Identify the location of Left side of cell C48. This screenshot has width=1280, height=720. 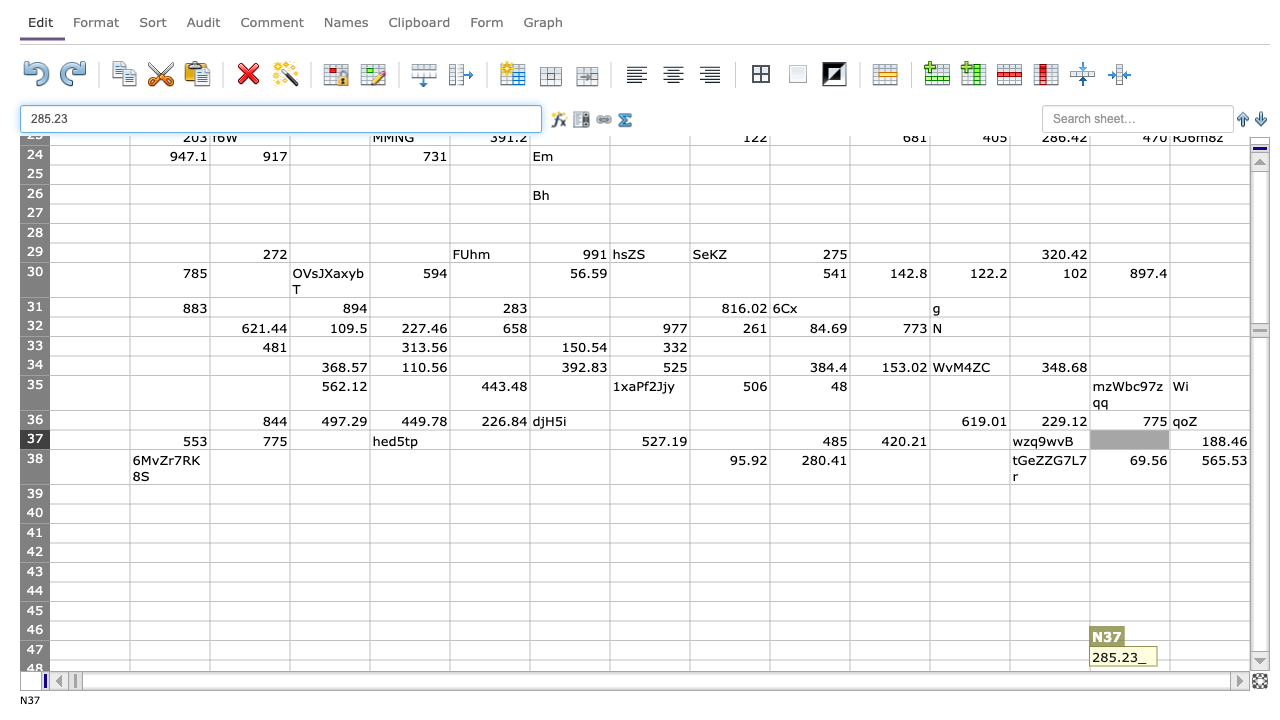
(210, 669).